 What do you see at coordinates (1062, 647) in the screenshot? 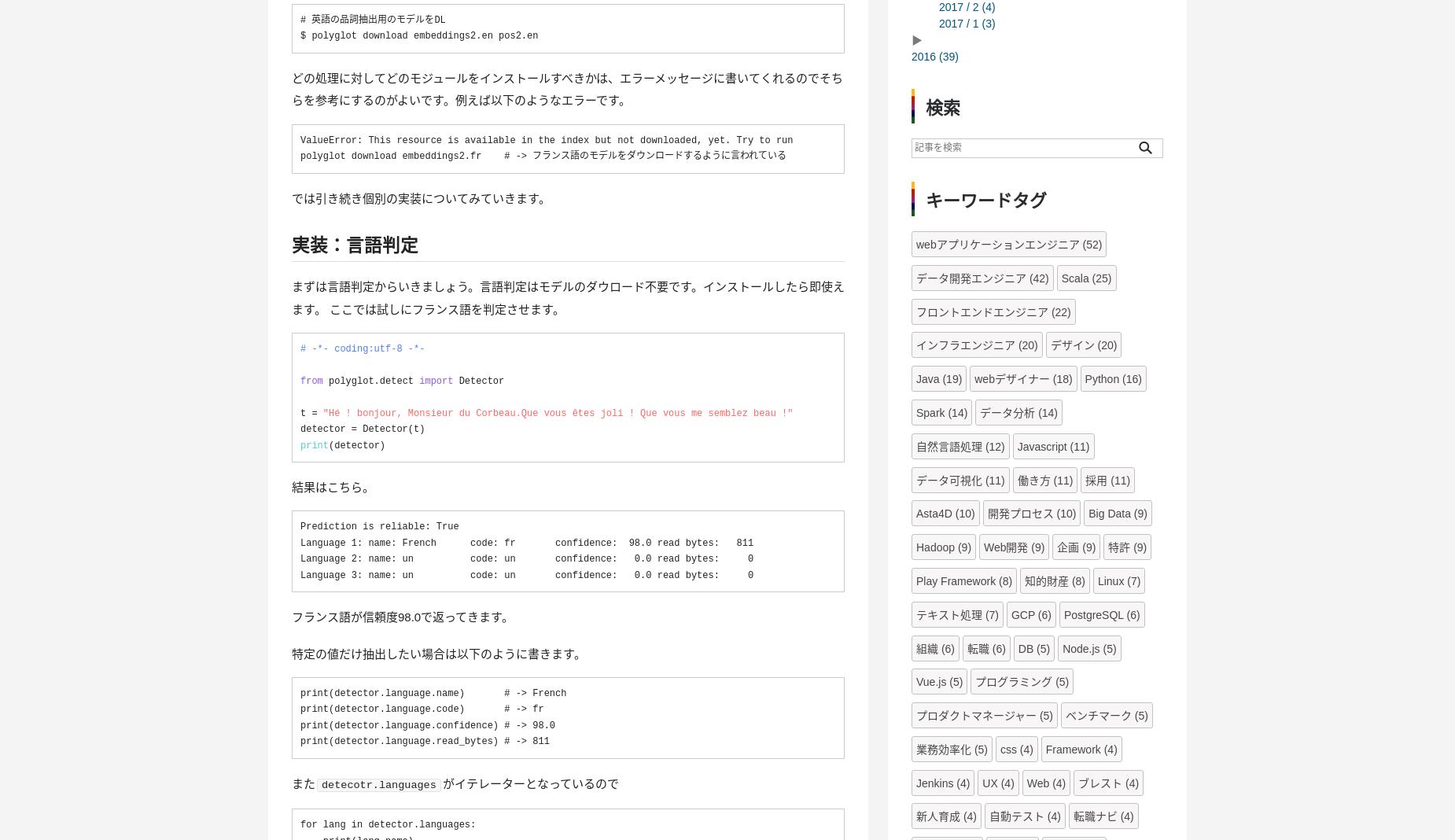
I see `'Node.js (5)'` at bounding box center [1062, 647].